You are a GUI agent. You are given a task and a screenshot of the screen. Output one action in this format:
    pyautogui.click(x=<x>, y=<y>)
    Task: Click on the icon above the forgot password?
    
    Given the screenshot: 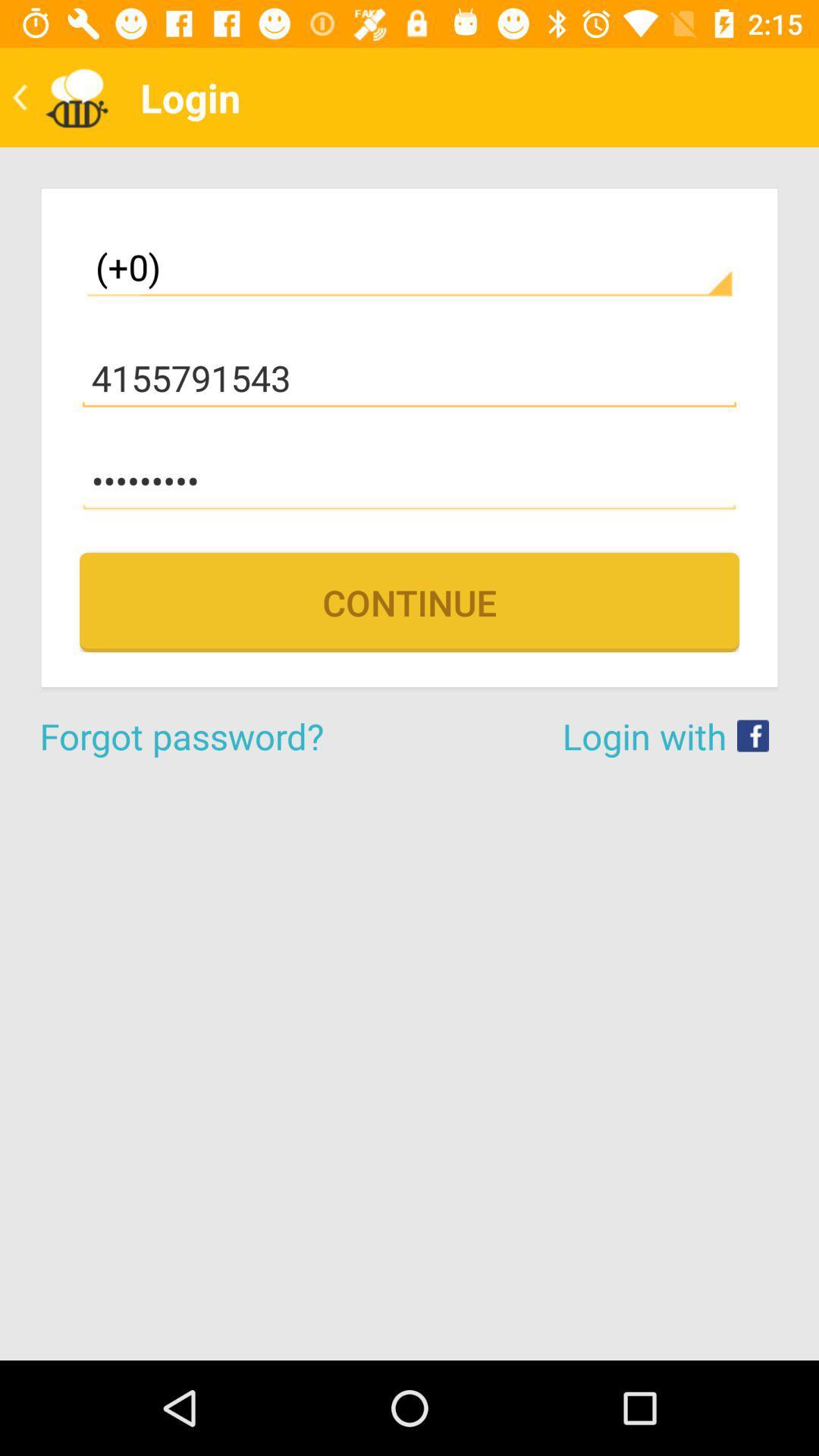 What is the action you would take?
    pyautogui.click(x=409, y=601)
    